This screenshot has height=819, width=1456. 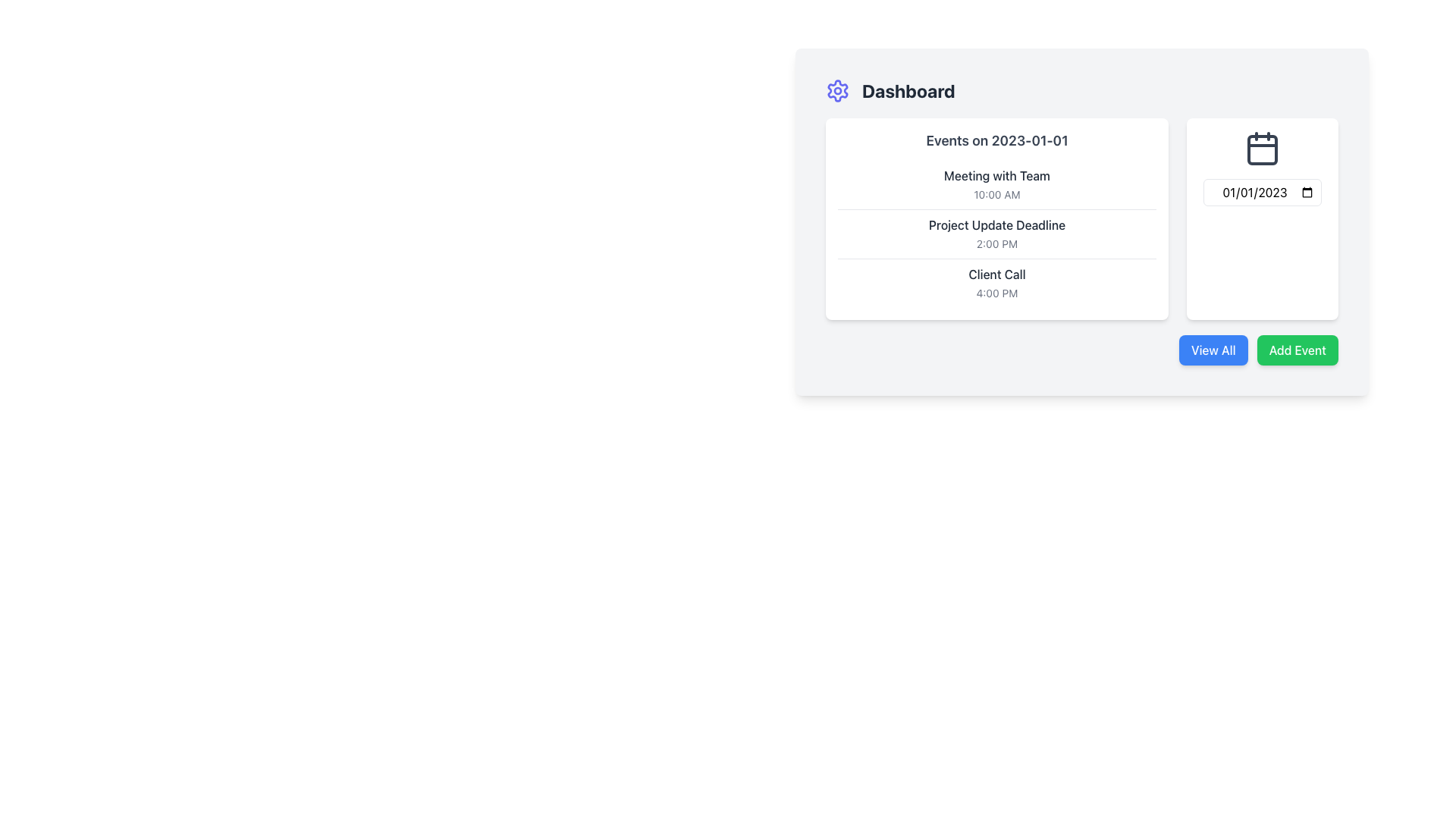 What do you see at coordinates (997, 234) in the screenshot?
I see `the second entry titled 'Project Update Deadline' within the vertically ordered schedule view labeled 'Events on 2023-01-01'` at bounding box center [997, 234].